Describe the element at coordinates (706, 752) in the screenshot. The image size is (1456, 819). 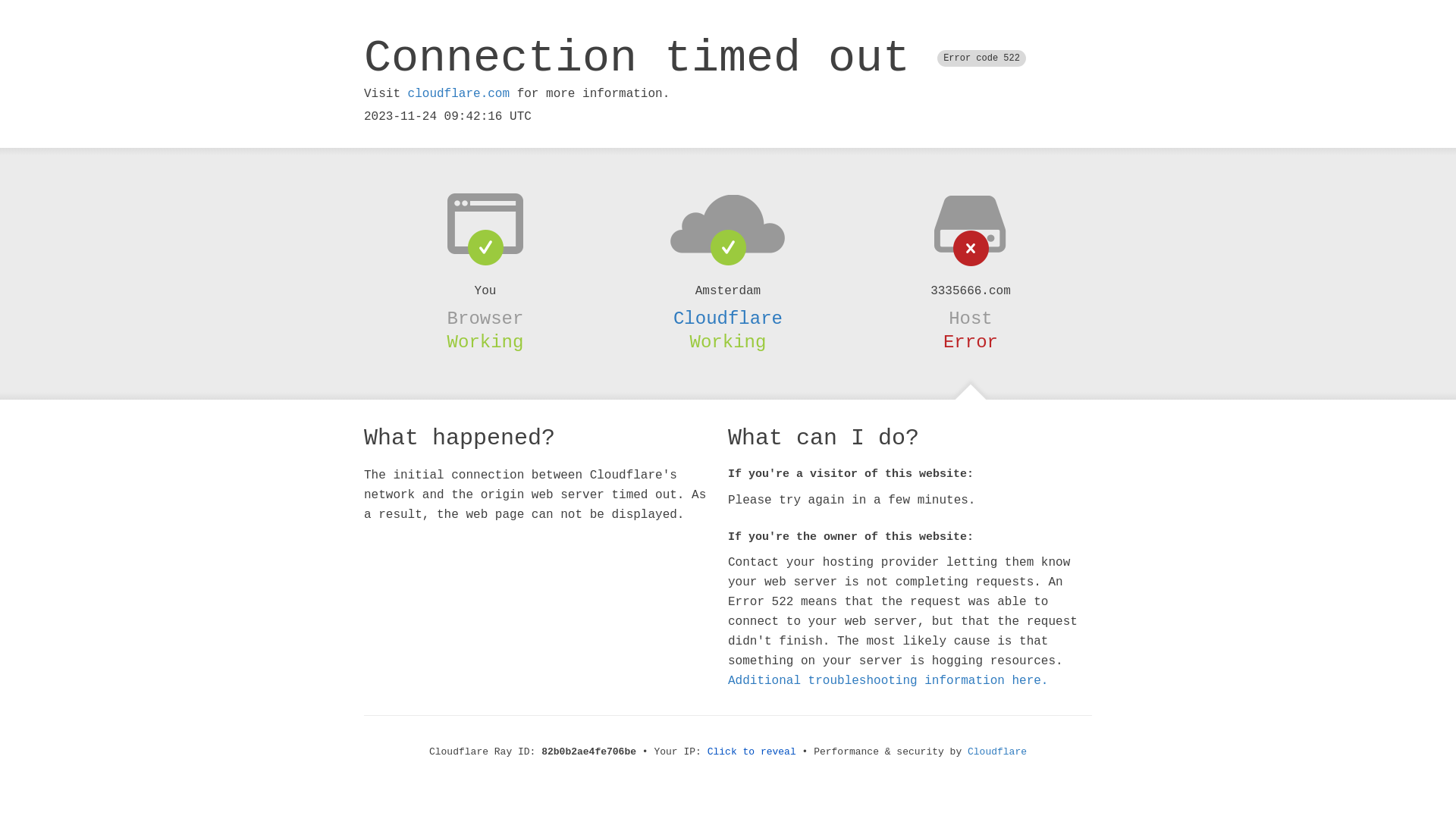
I see `'Click to reveal'` at that location.